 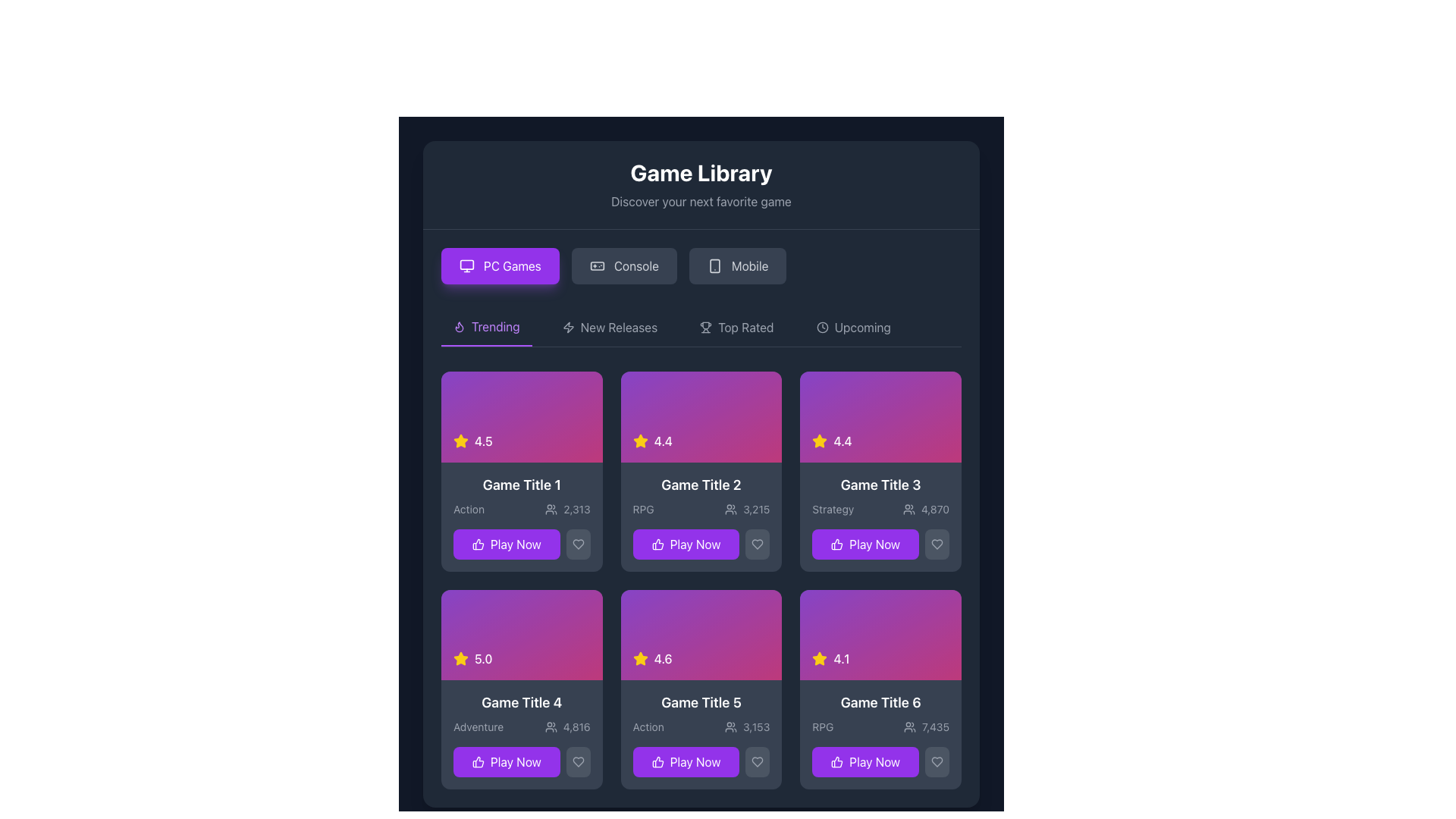 What do you see at coordinates (862, 327) in the screenshot?
I see `the 'Upcoming' text label in the navigation menu, which is the fourth item located at the far-right of the menu below the 'Game Library' header` at bounding box center [862, 327].